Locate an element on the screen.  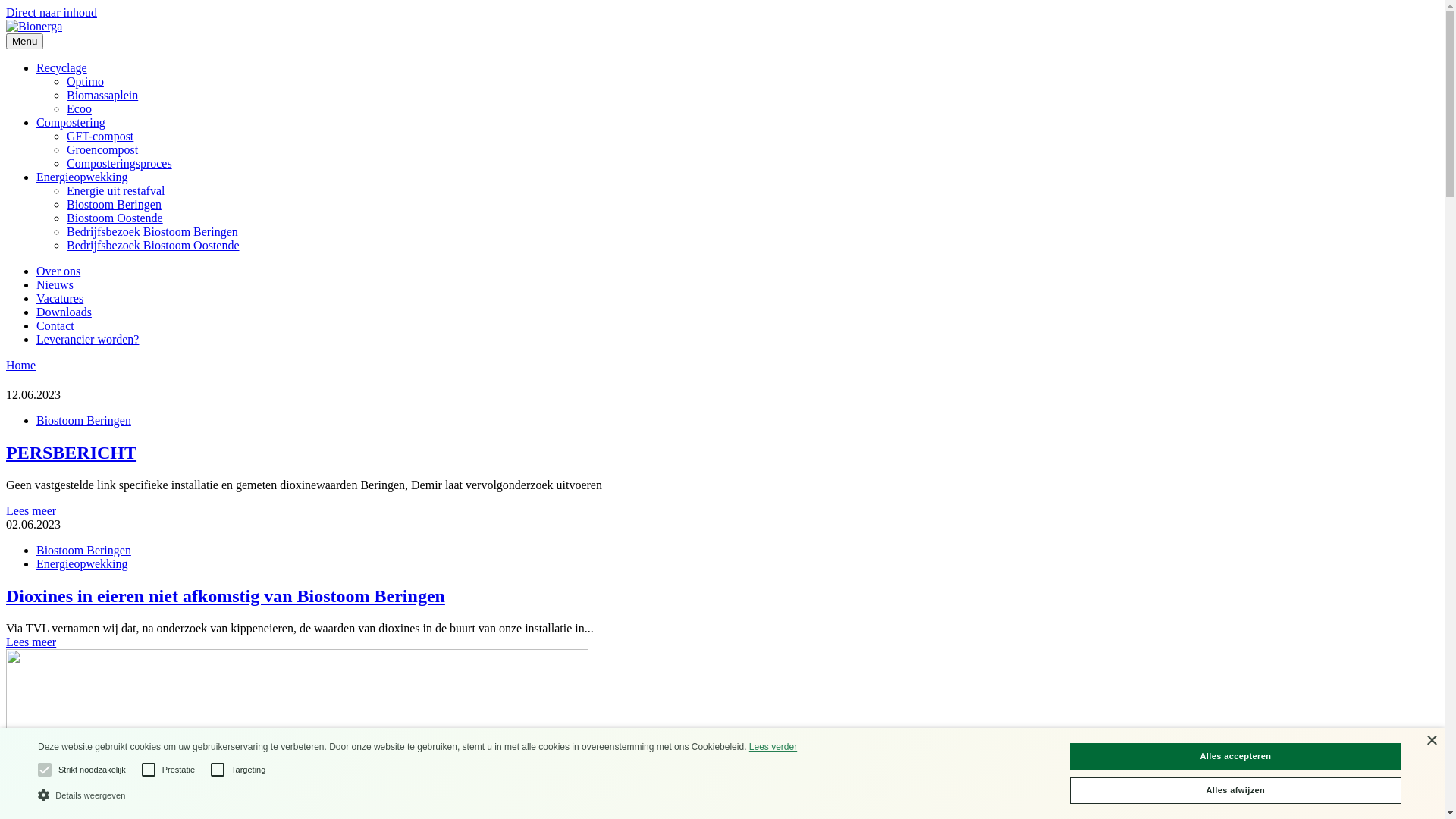
'Lees verder' is located at coordinates (773, 745).